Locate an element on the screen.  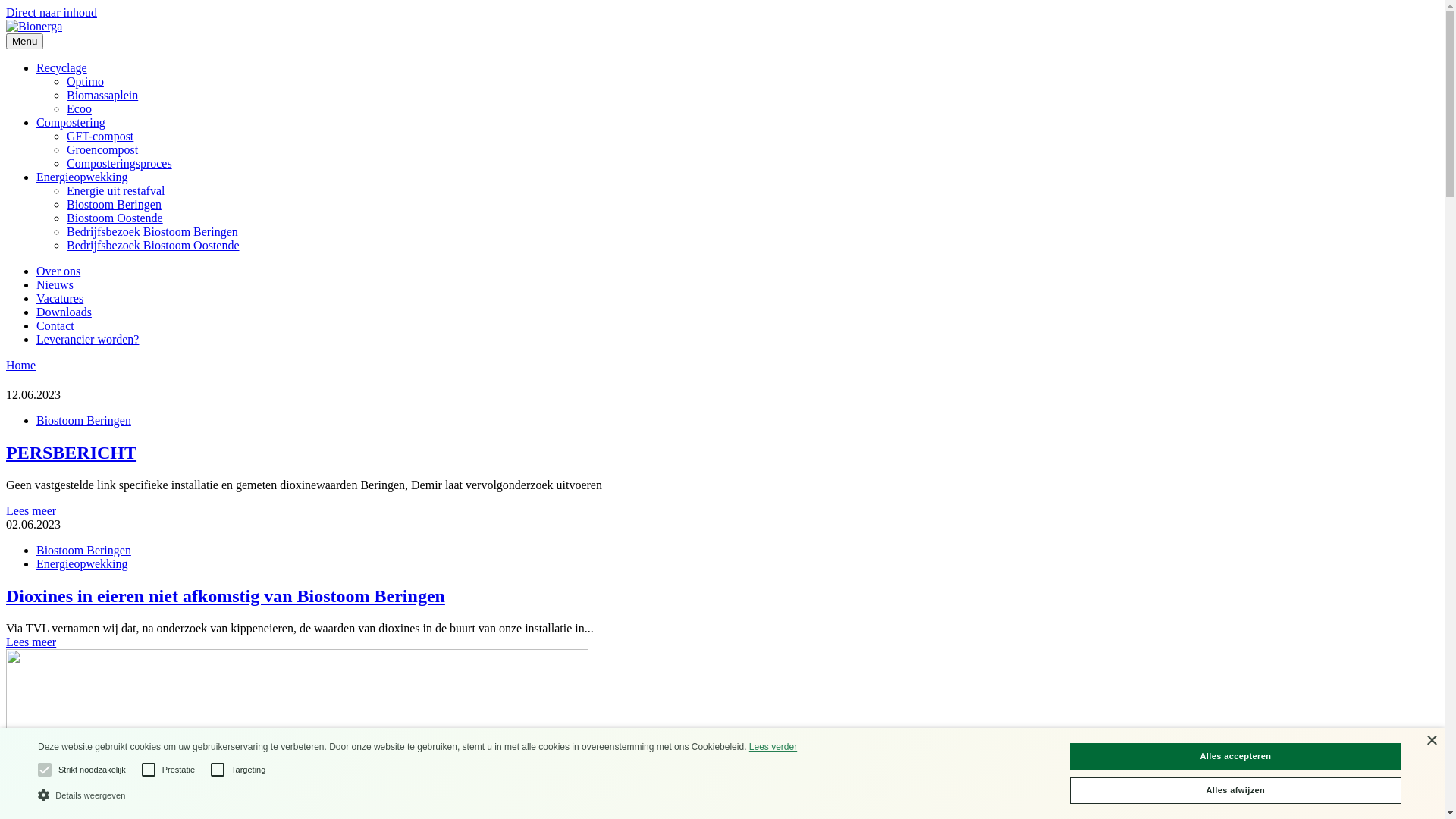
'Lees verder' is located at coordinates (773, 745).